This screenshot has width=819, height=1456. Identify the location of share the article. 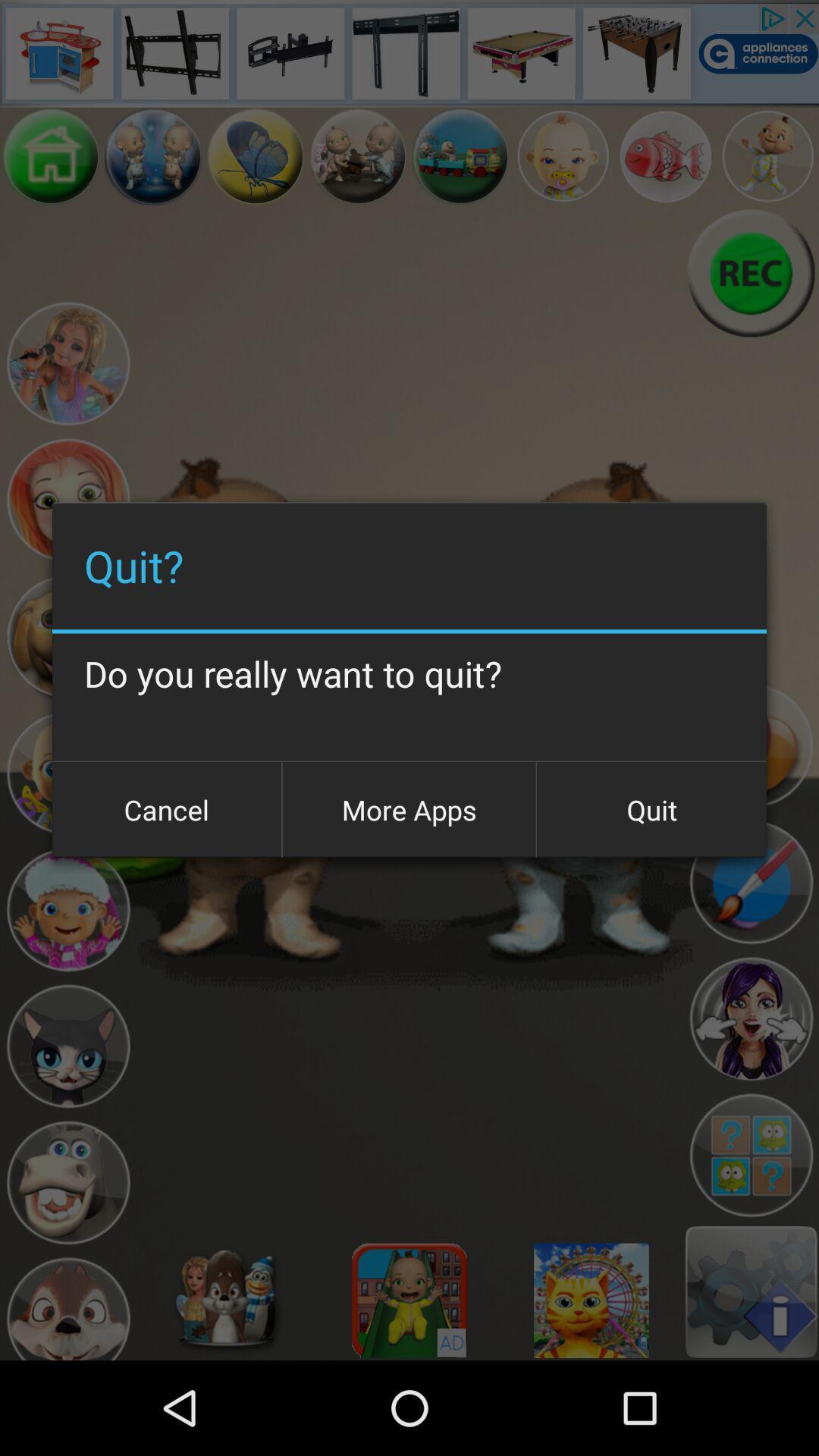
(751, 1019).